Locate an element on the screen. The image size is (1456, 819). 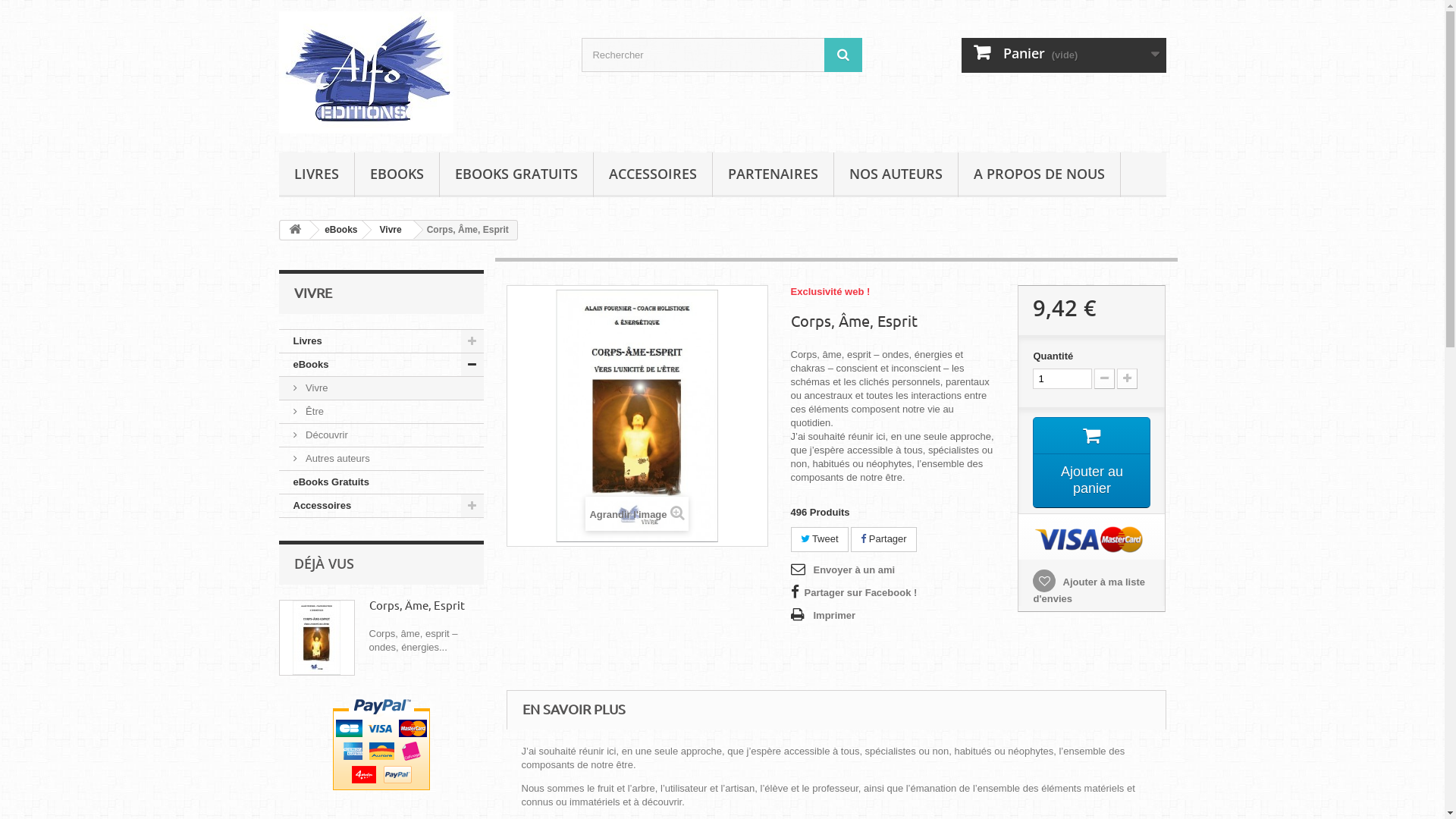
'EBOOKS' is located at coordinates (397, 174).